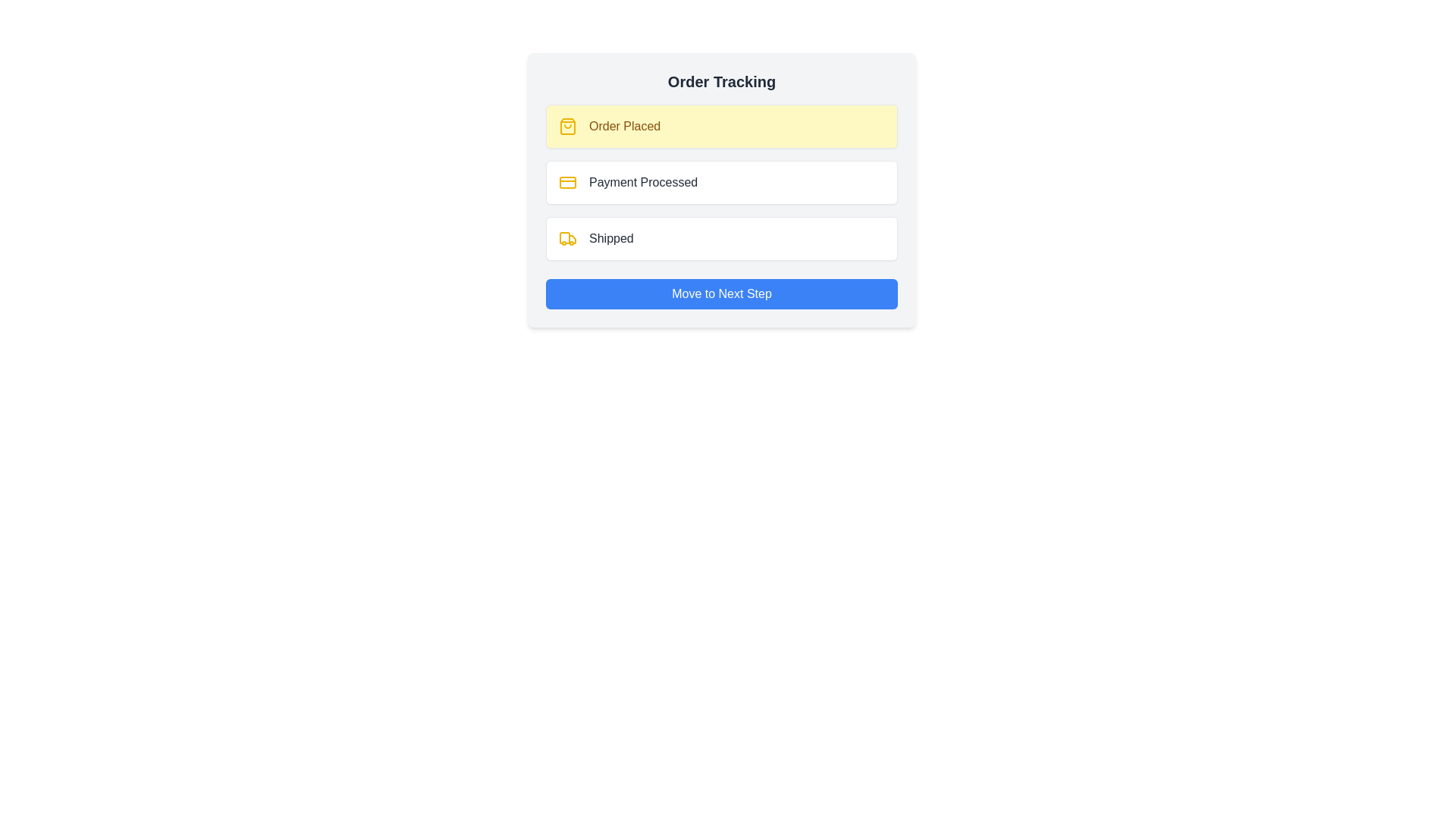  I want to click on the Progress Tracker List which displays the steps: 'Order Placed,' 'Payment Processed,' and 'Shipped.', so click(720, 181).